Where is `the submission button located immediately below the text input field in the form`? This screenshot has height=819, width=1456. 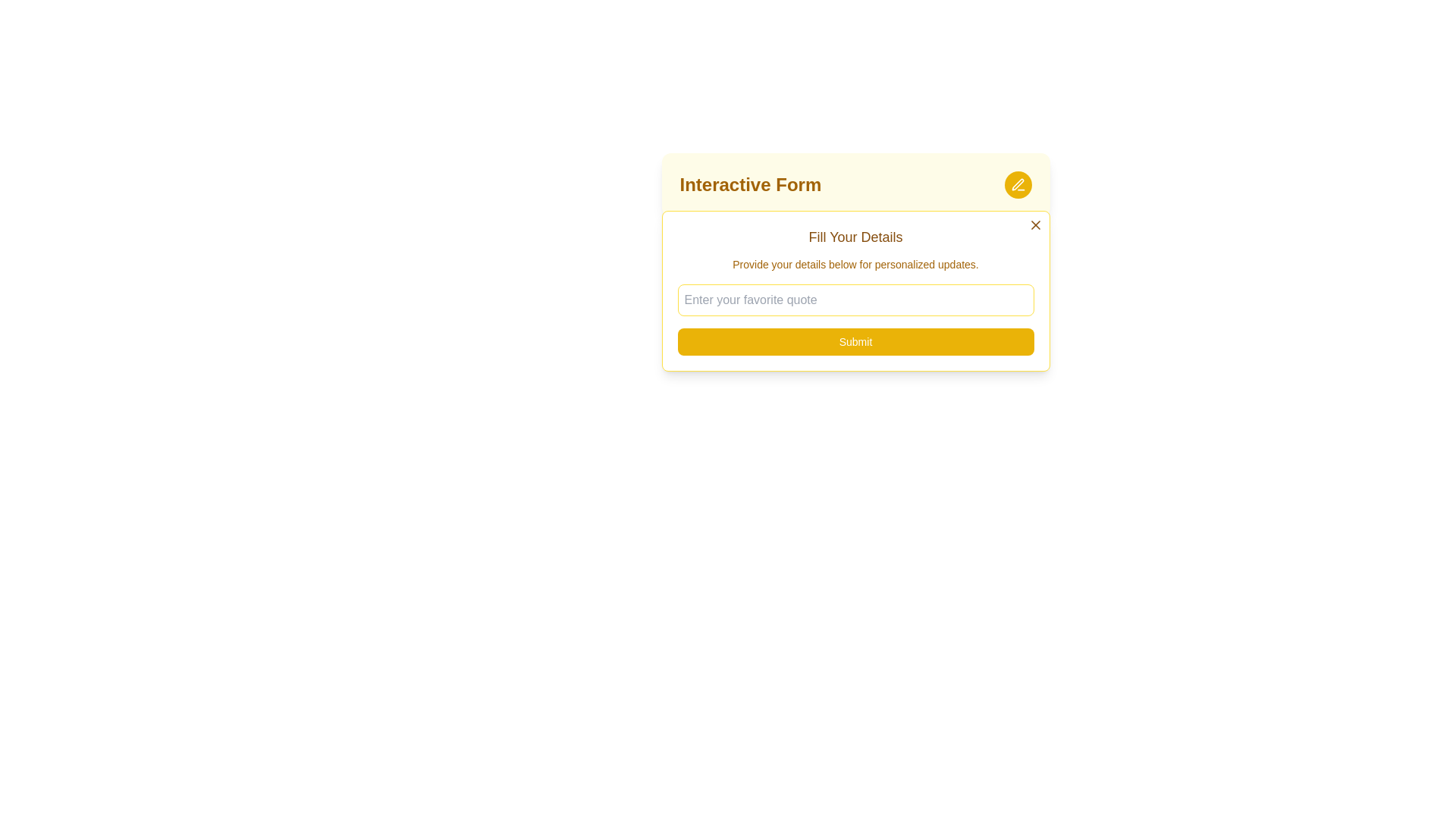 the submission button located immediately below the text input field in the form is located at coordinates (855, 342).